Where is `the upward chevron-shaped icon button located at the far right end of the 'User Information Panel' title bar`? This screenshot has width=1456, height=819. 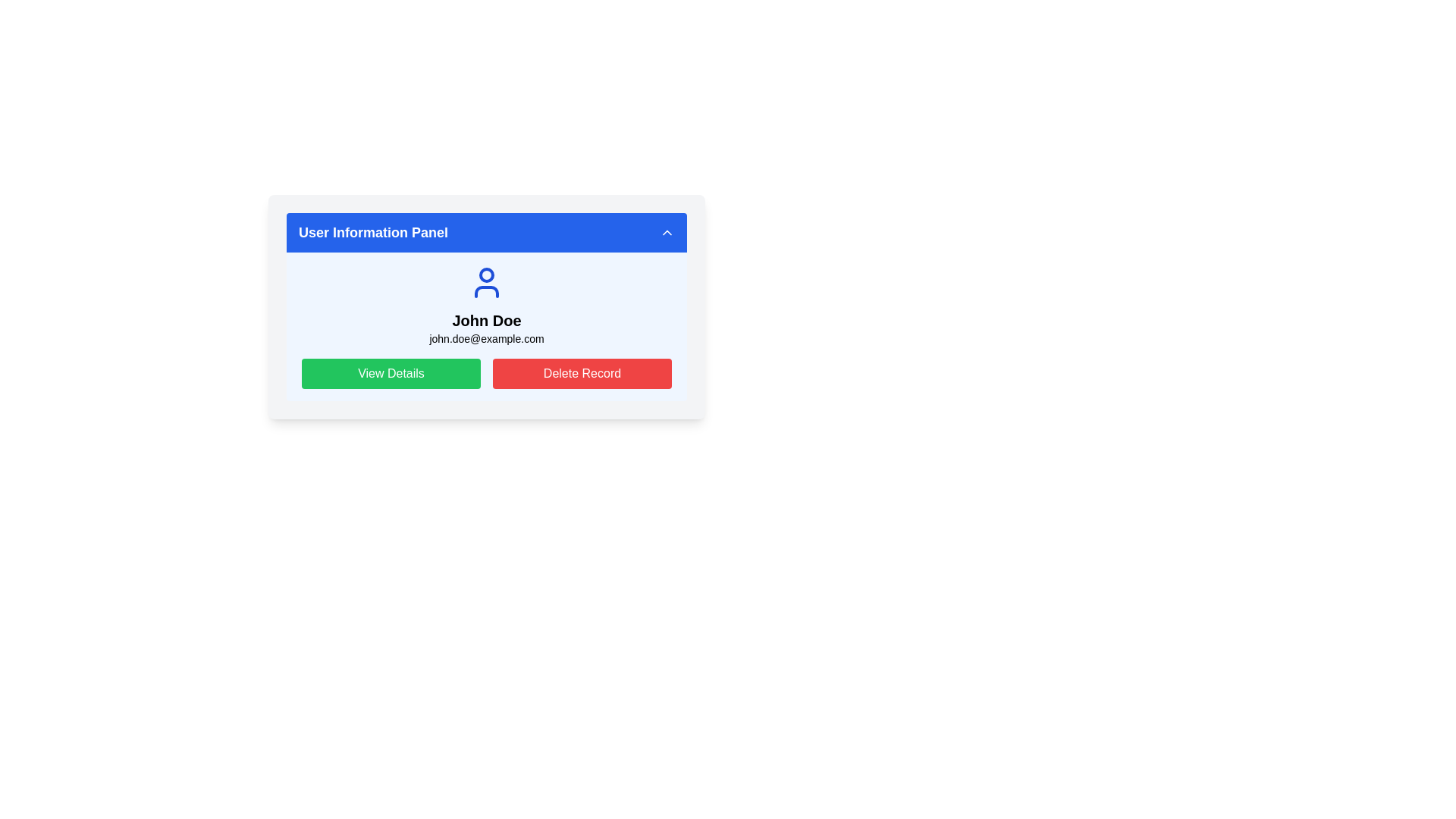
the upward chevron-shaped icon button located at the far right end of the 'User Information Panel' title bar is located at coordinates (667, 233).